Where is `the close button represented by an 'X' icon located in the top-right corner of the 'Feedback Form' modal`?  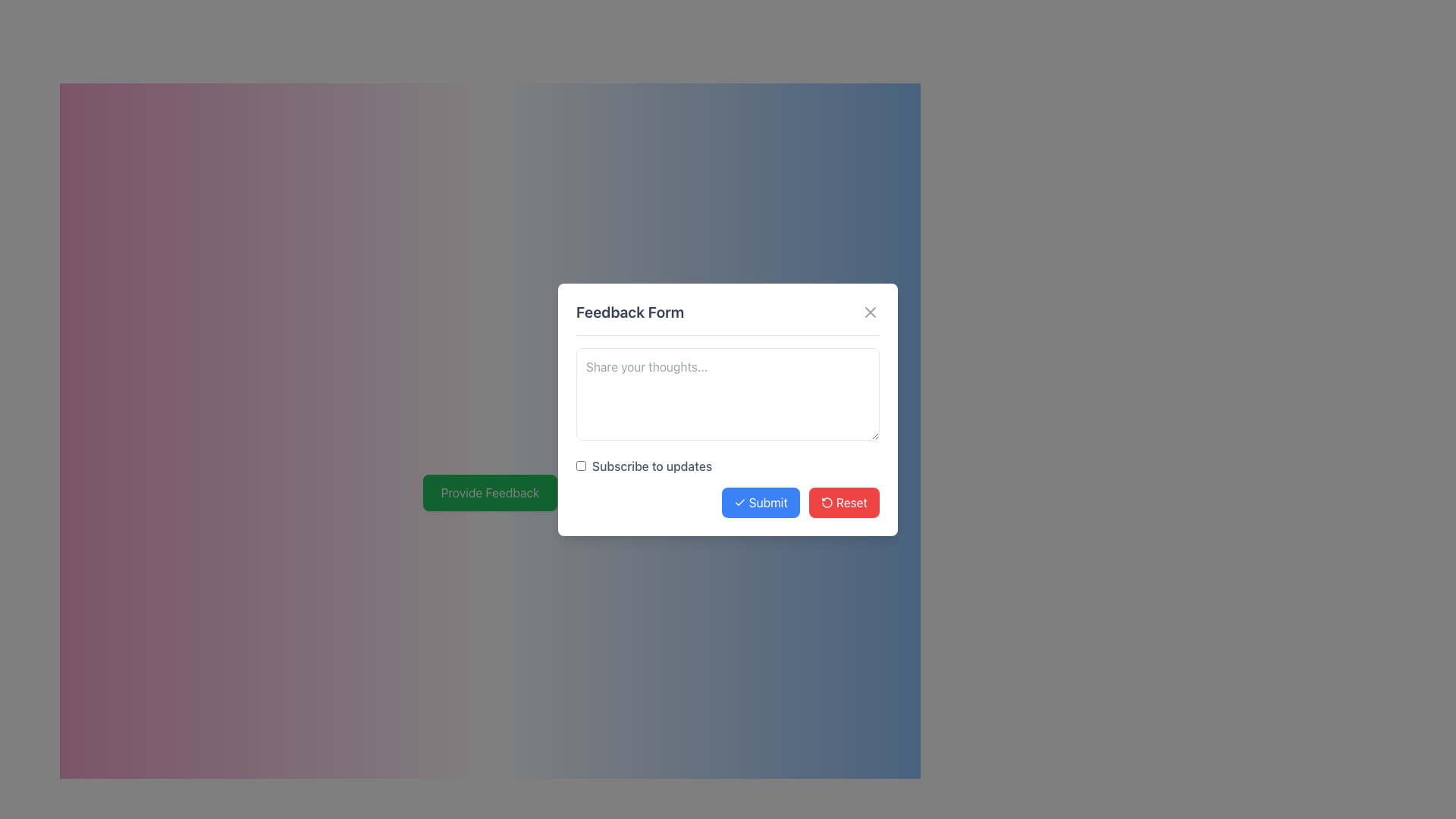 the close button represented by an 'X' icon located in the top-right corner of the 'Feedback Form' modal is located at coordinates (870, 311).